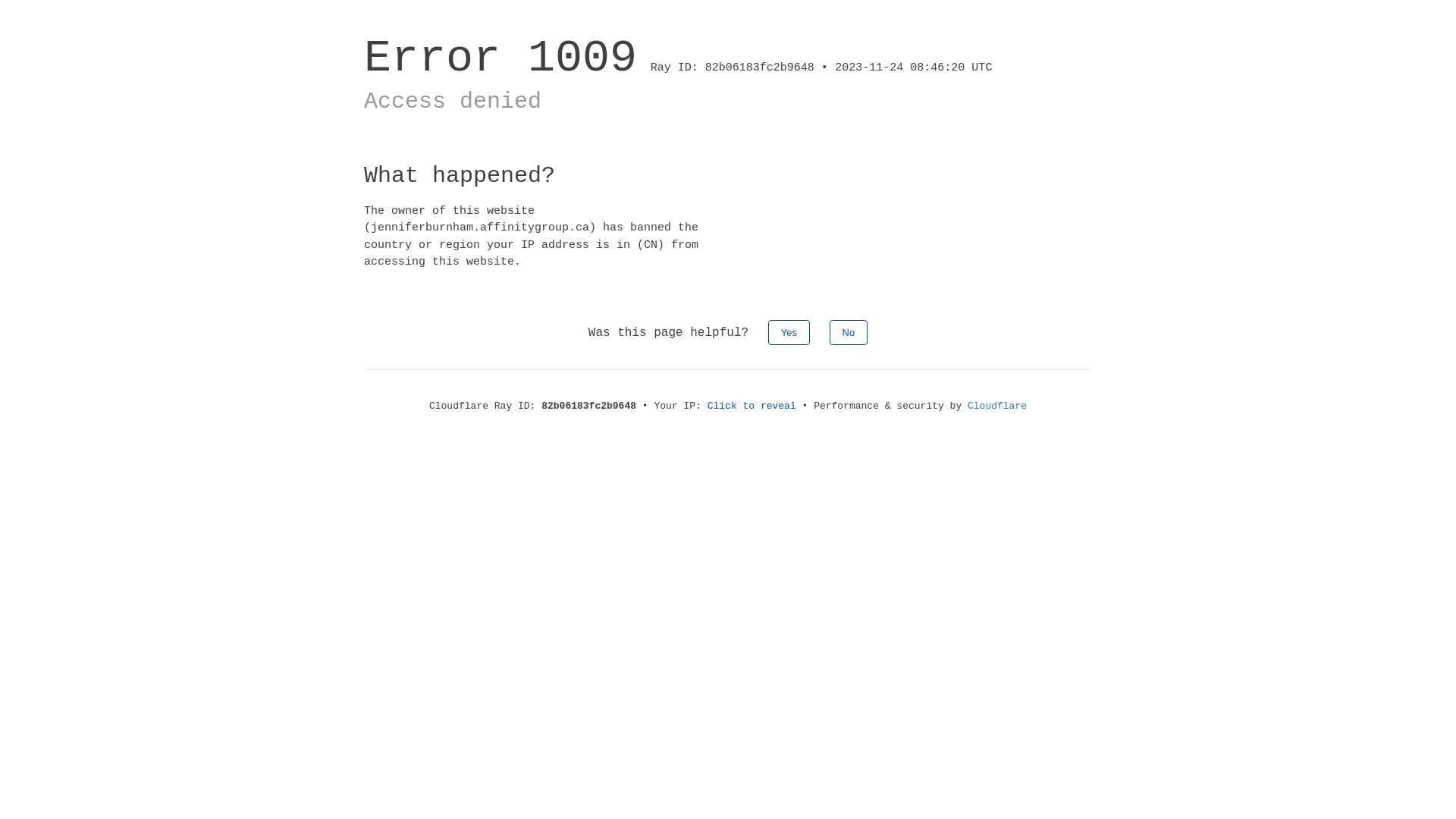 The height and width of the screenshot is (819, 1456). Describe the element at coordinates (789, 331) in the screenshot. I see `'Yes'` at that location.